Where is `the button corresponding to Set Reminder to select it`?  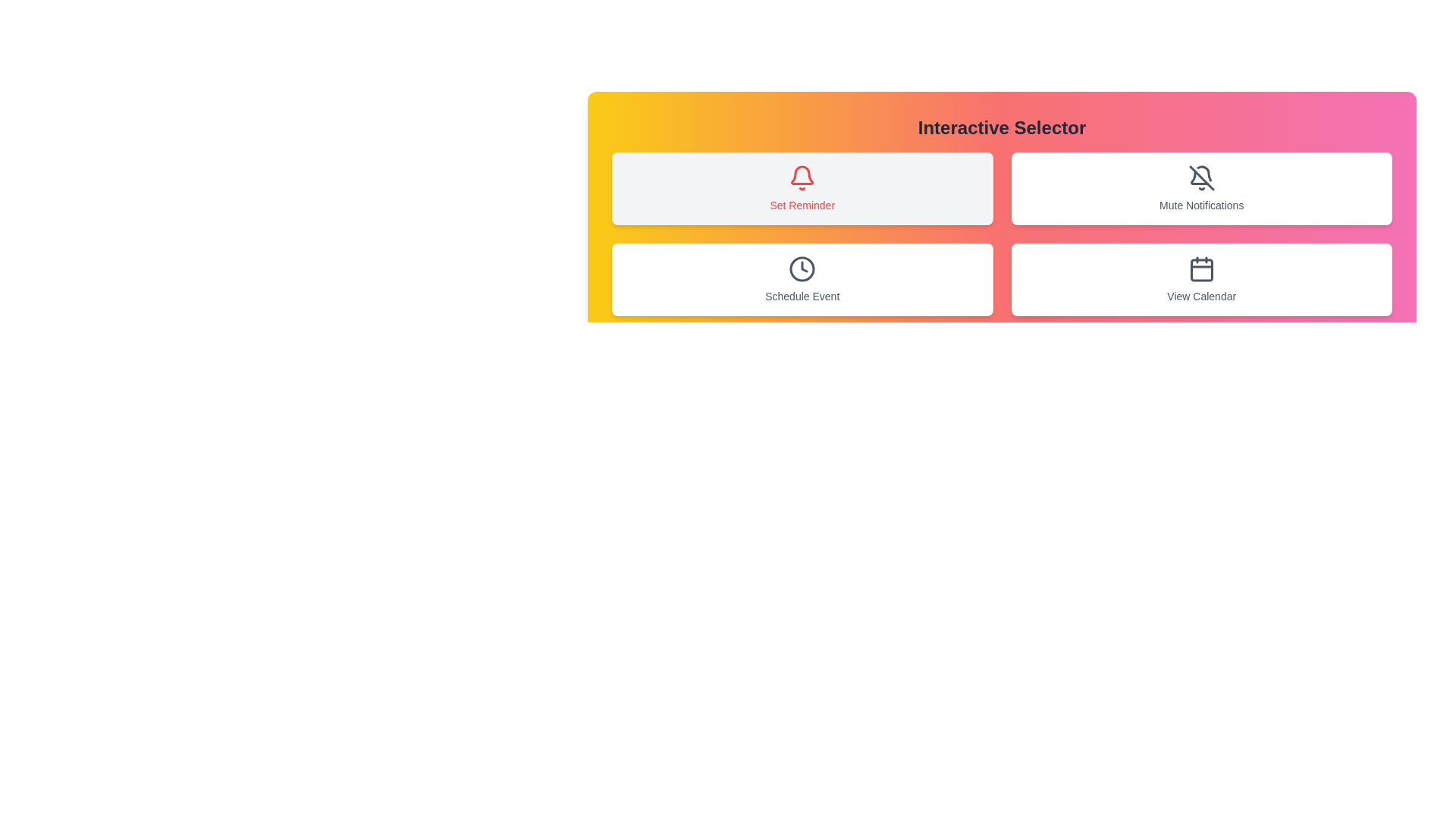 the button corresponding to Set Reminder to select it is located at coordinates (802, 188).